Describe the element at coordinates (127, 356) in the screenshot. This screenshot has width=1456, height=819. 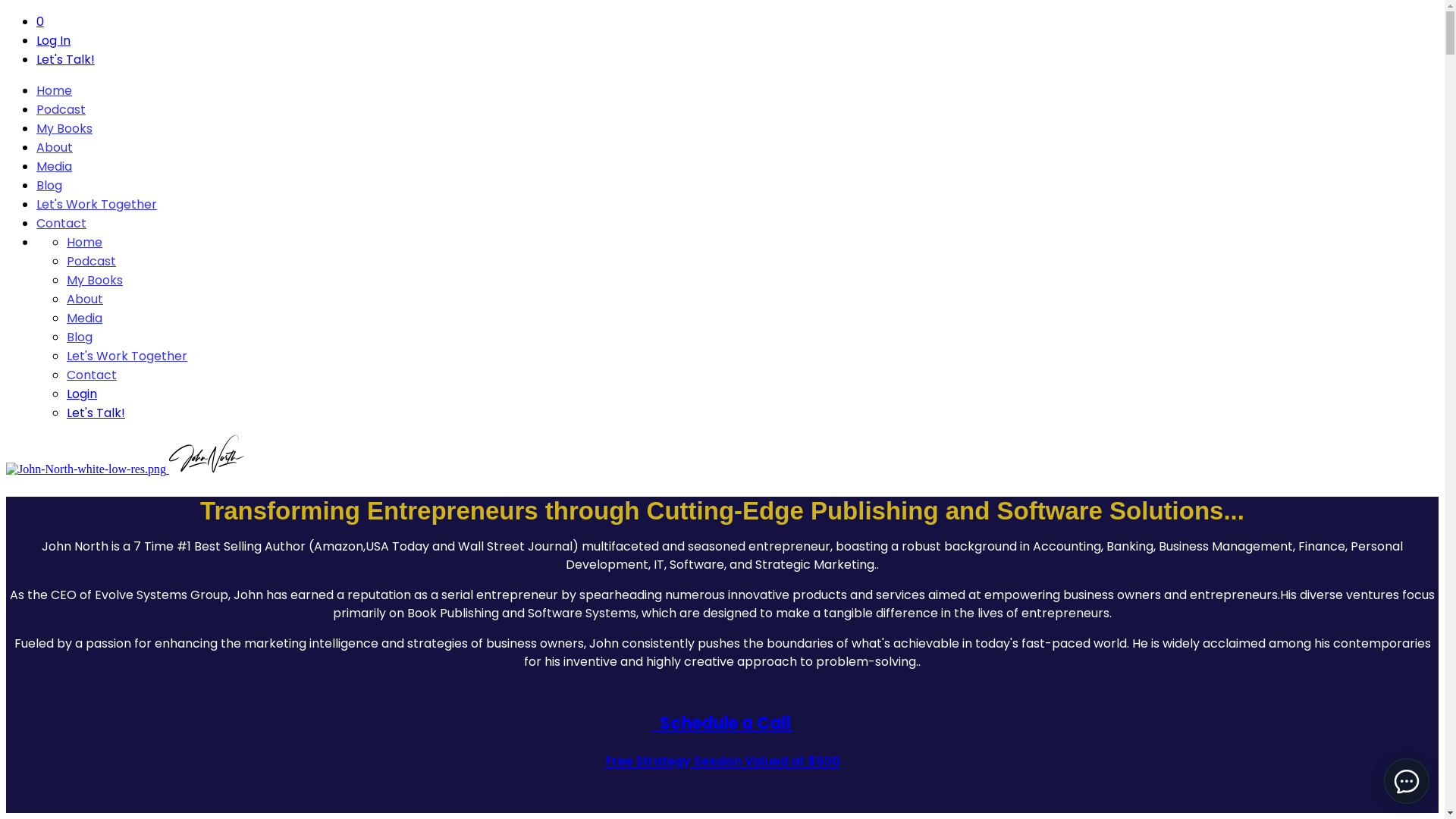
I see `'Let's Work Together'` at that location.